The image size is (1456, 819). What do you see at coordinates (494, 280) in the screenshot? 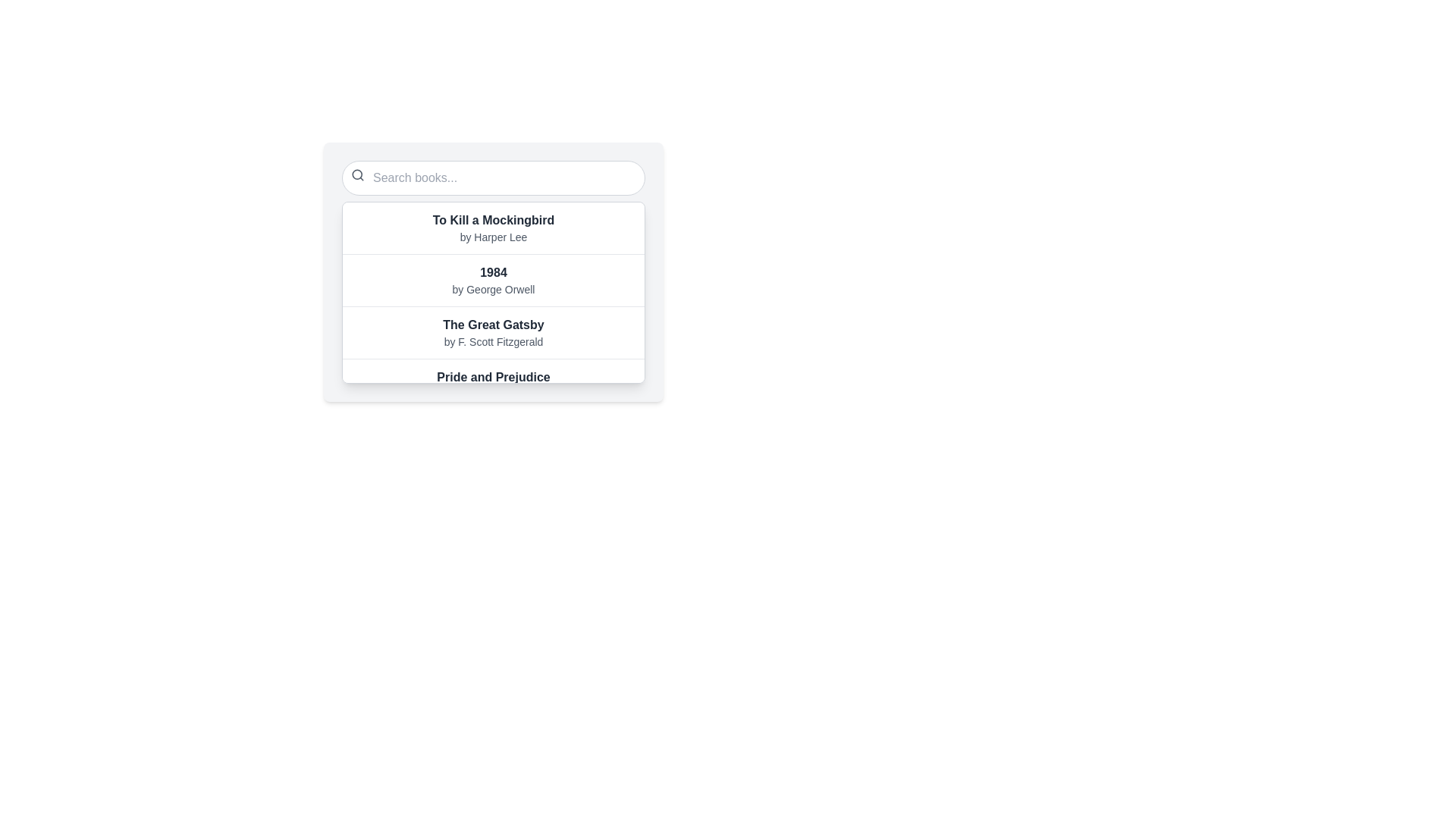
I see `the list item representing the book '1984' by George Orwell, which is the second item in the dropdown suggestions` at bounding box center [494, 280].